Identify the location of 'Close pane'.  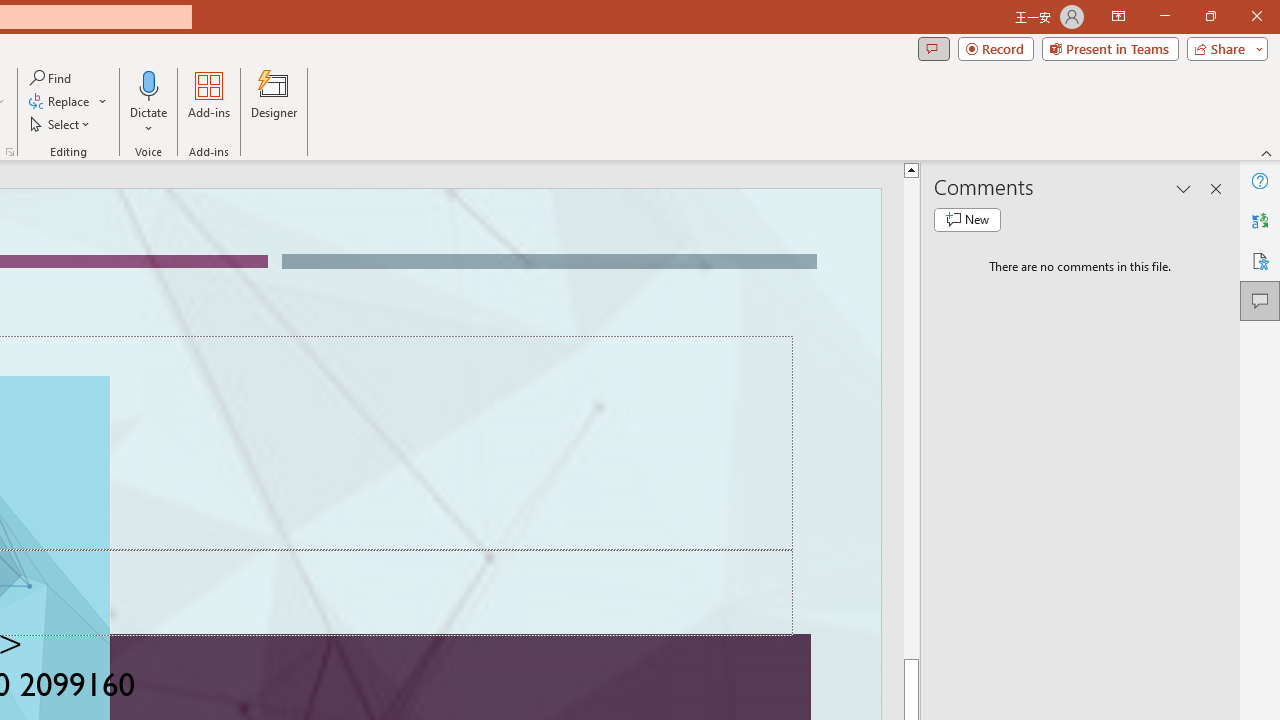
(1215, 189).